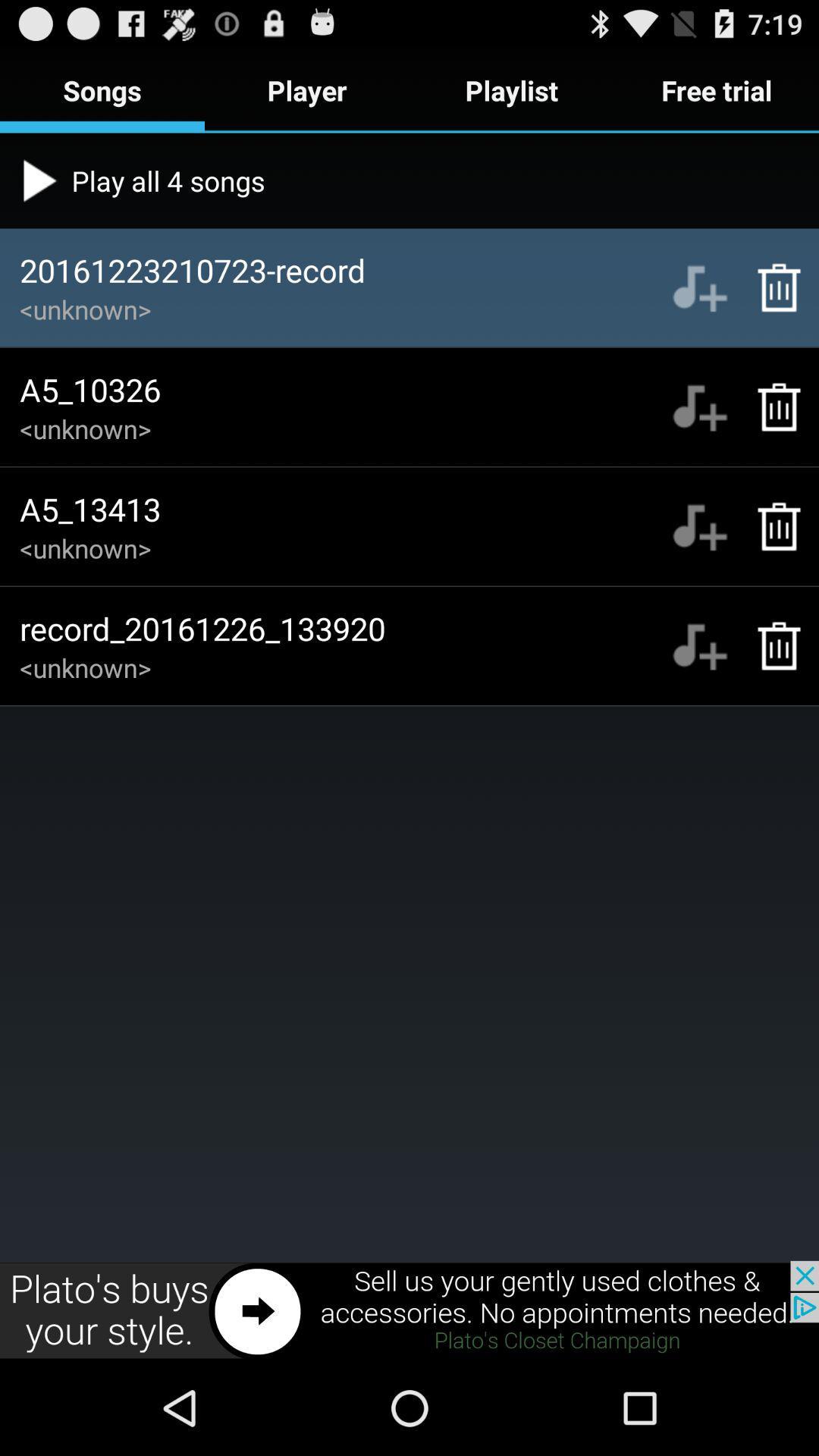  Describe the element at coordinates (699, 407) in the screenshot. I see `play` at that location.